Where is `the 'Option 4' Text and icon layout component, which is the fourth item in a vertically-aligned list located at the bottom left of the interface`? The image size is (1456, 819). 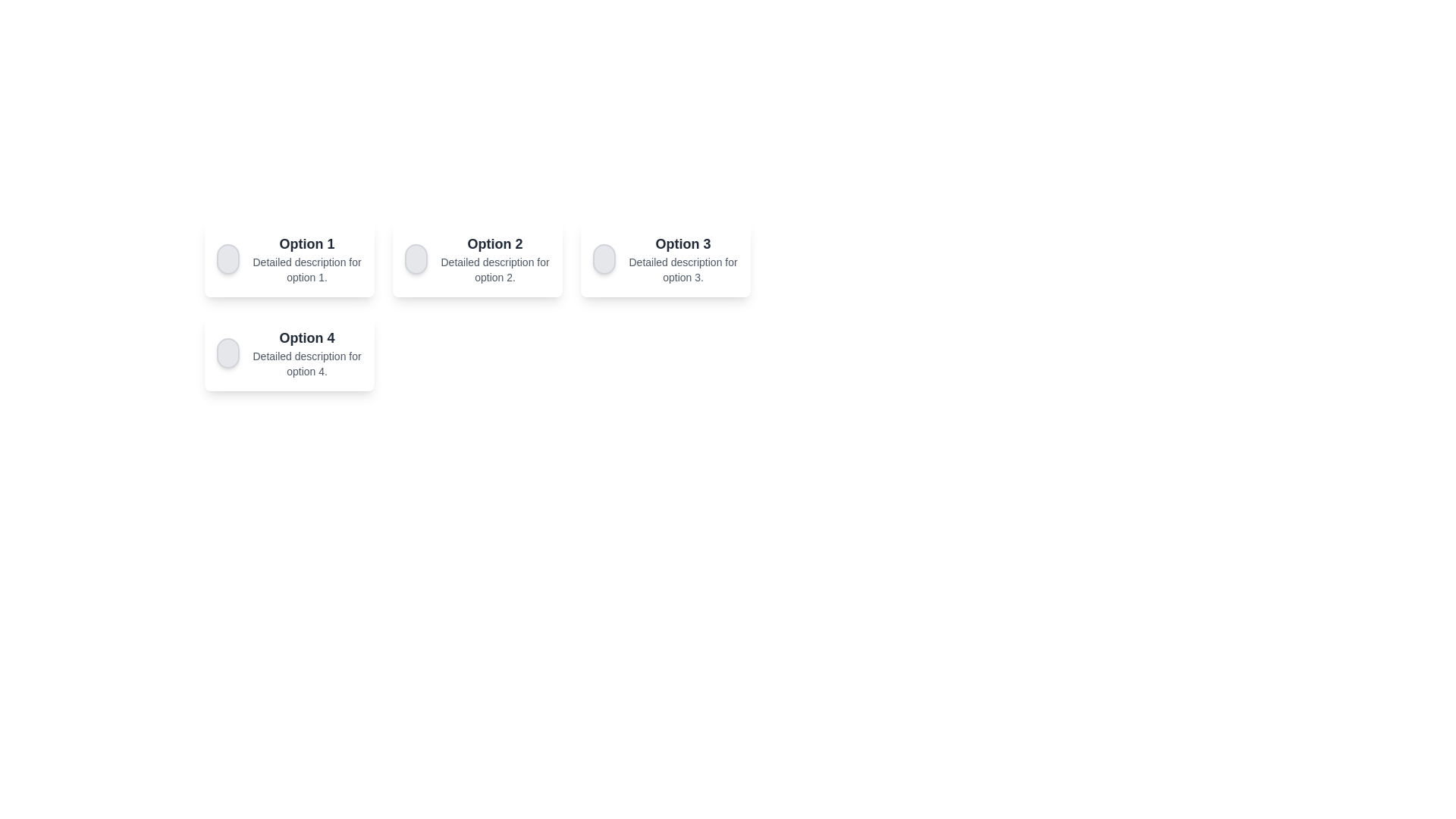 the 'Option 4' Text and icon layout component, which is the fourth item in a vertically-aligned list located at the bottom left of the interface is located at coordinates (290, 353).